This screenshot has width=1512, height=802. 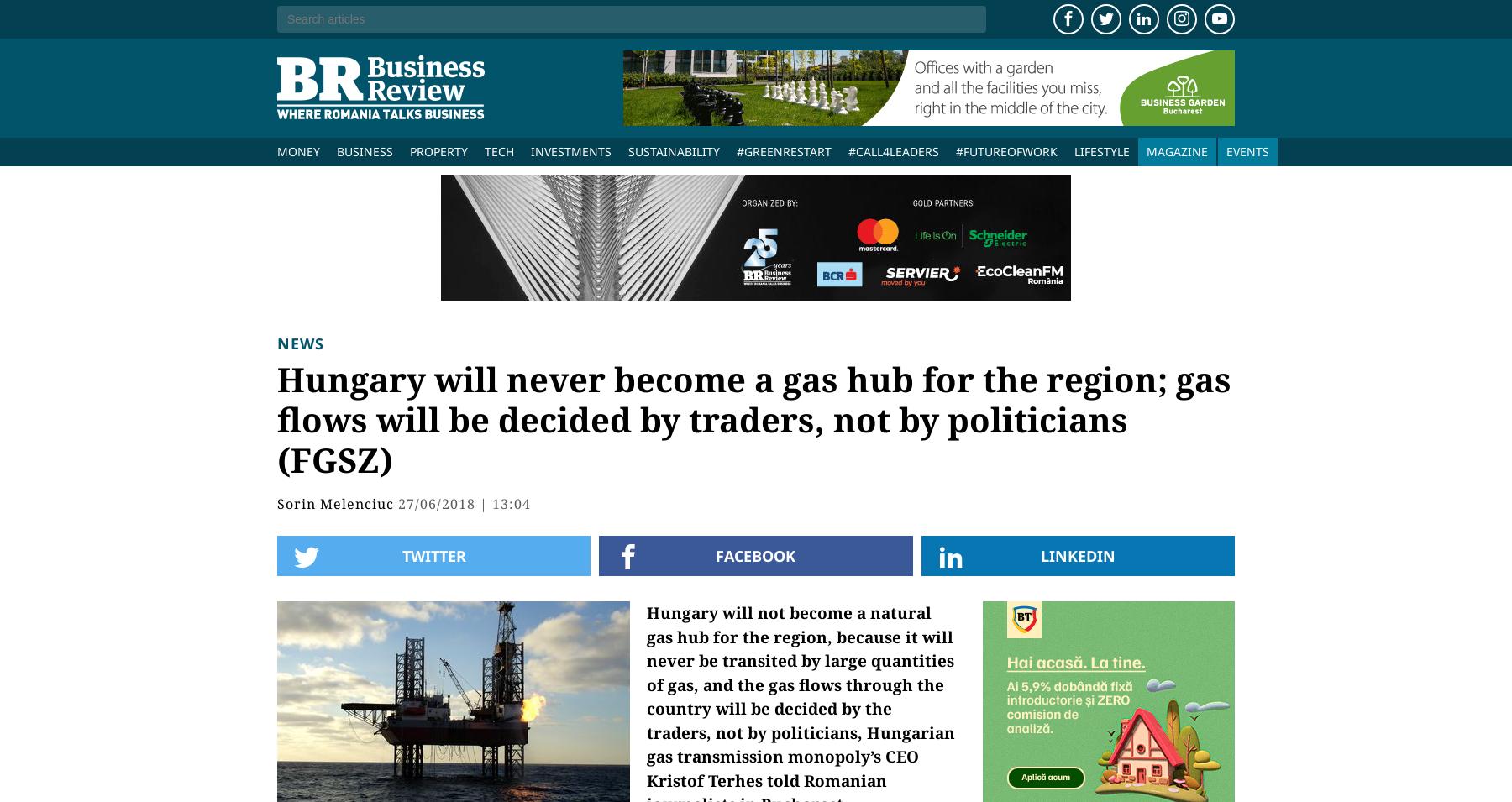 What do you see at coordinates (463, 504) in the screenshot?
I see `'27/06/2018 | 13:04'` at bounding box center [463, 504].